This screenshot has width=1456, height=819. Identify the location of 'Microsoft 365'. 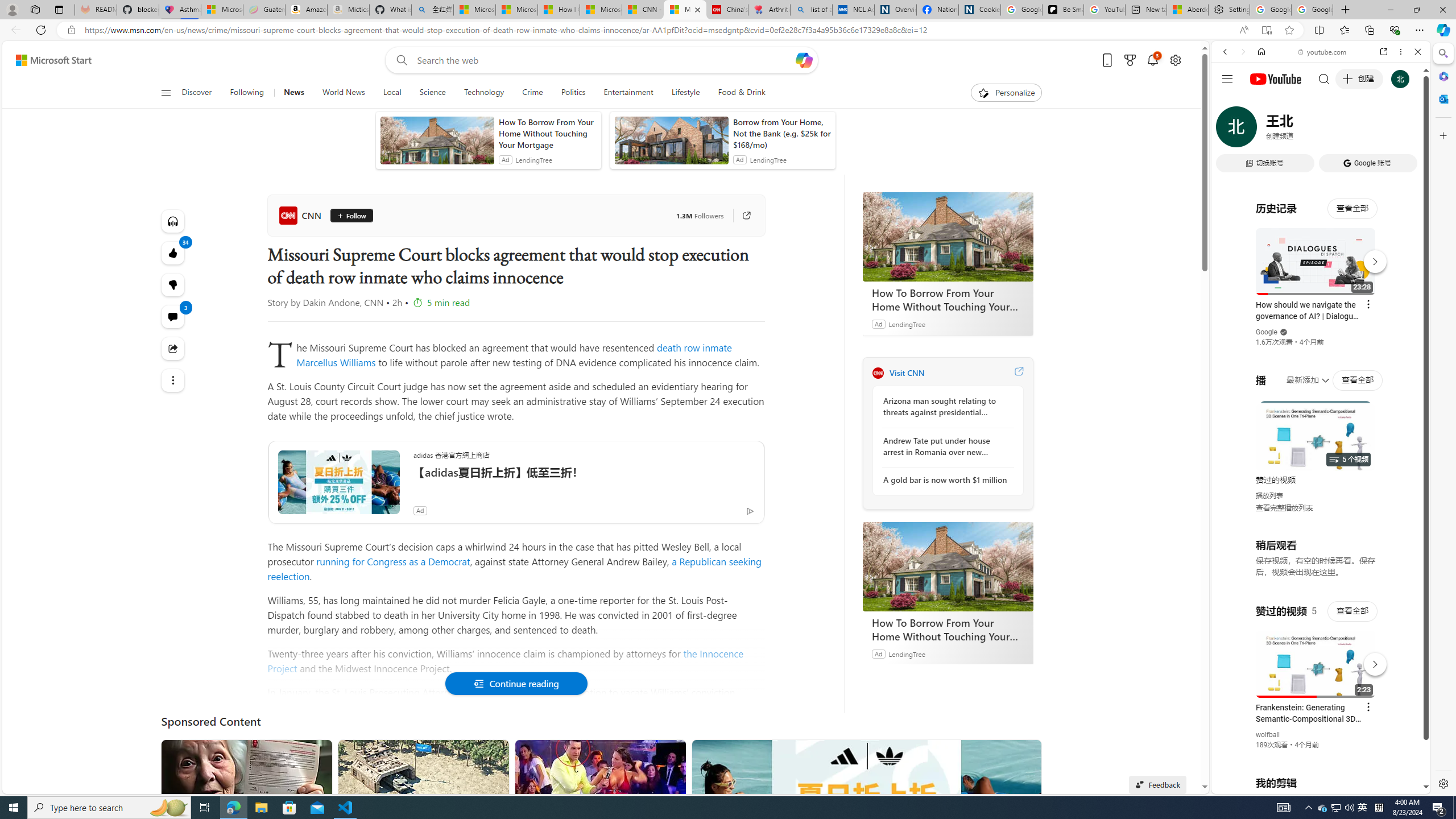
(1442, 76).